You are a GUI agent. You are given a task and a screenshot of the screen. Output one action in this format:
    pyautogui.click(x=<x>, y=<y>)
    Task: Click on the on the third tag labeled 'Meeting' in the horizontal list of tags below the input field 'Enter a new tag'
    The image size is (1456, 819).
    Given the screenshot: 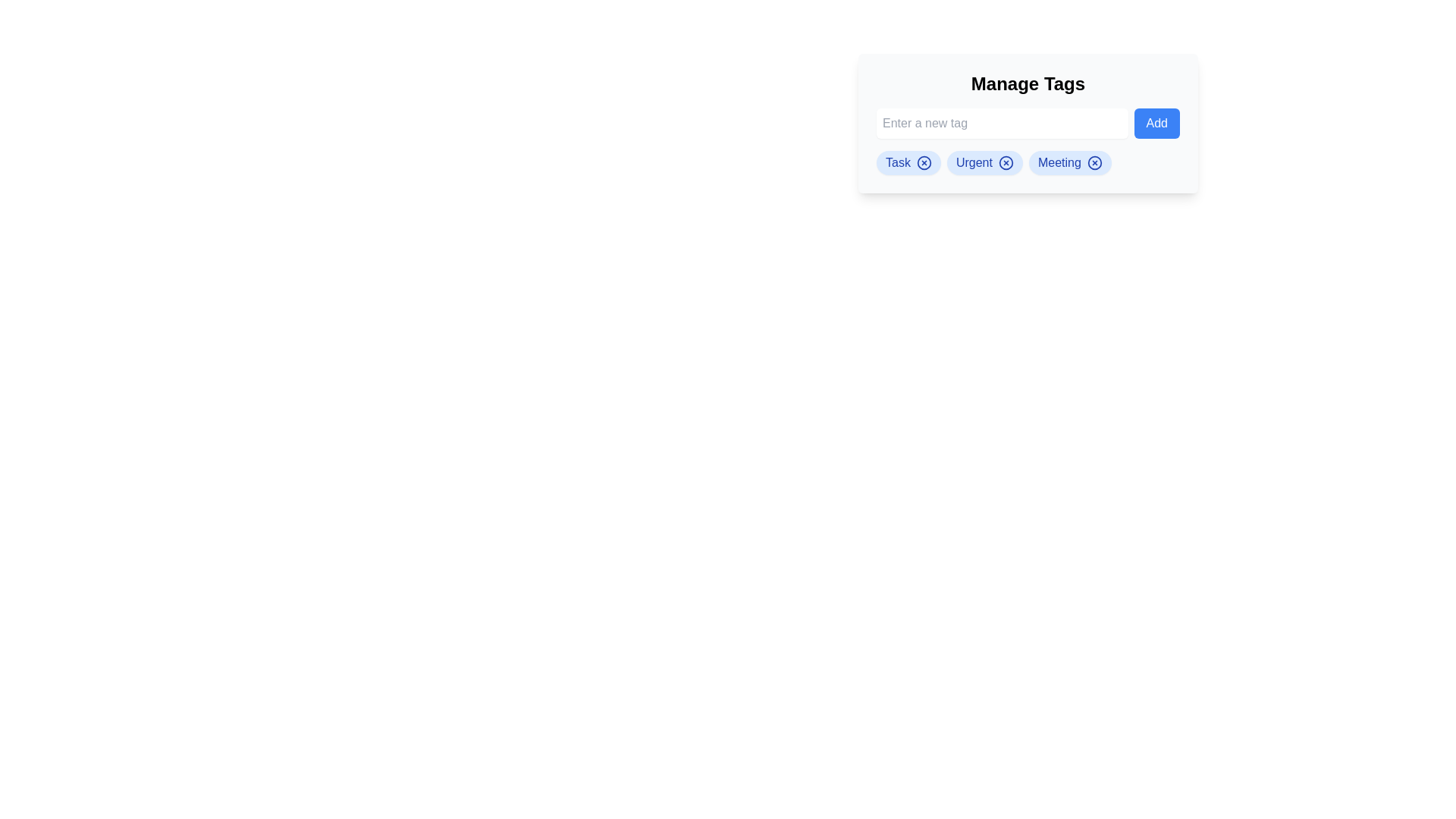 What is the action you would take?
    pyautogui.click(x=1069, y=163)
    